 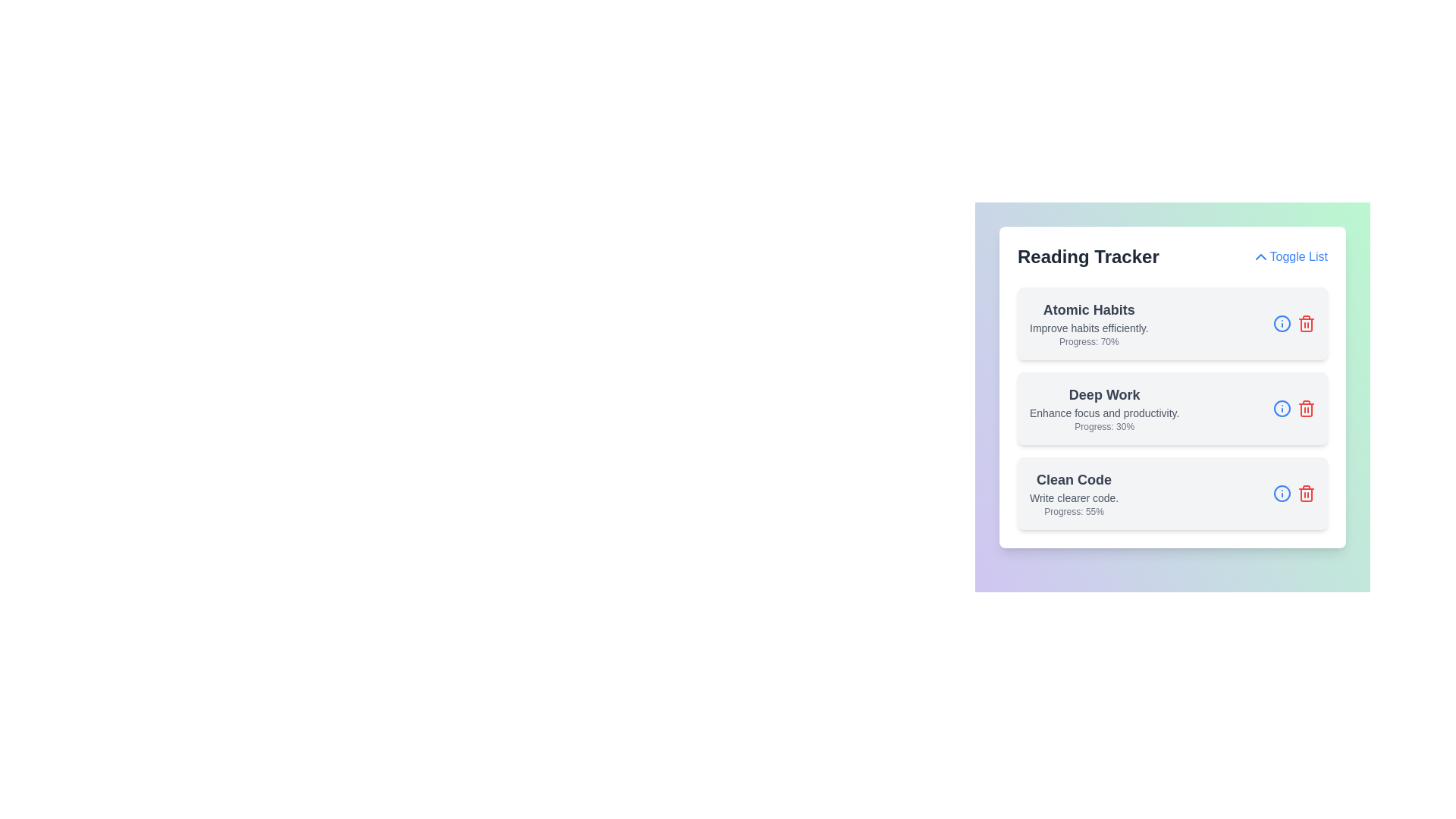 I want to click on the text element that provides additional information about the 'Clean Code' item, positioned below the heading 'Clean Code' and above the progress indication text 'Progress: 55%.', so click(x=1073, y=497).